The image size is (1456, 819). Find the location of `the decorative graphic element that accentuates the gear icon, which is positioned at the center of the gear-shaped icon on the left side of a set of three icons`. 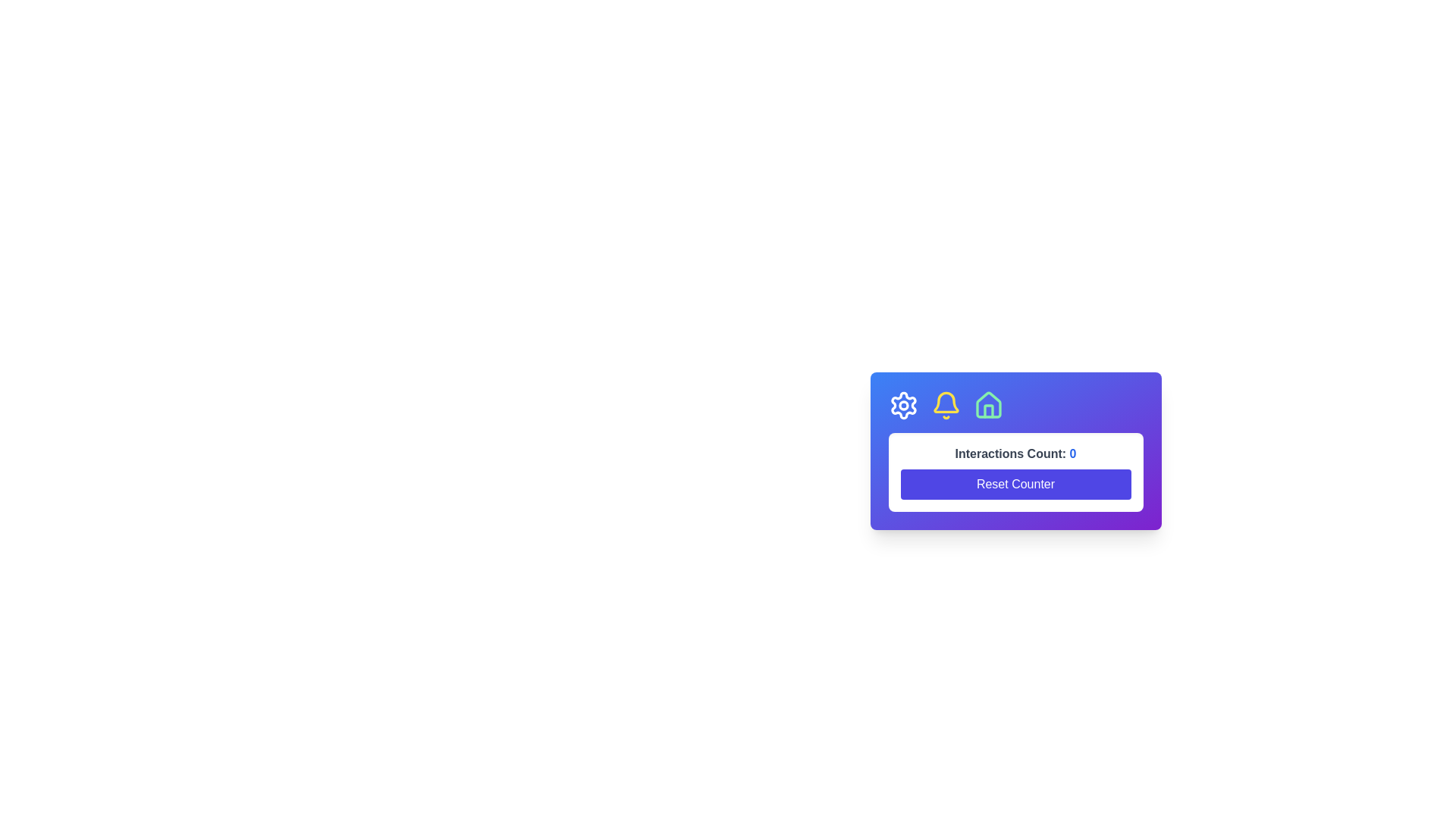

the decorative graphic element that accentuates the gear icon, which is positioned at the center of the gear-shaped icon on the left side of a set of three icons is located at coordinates (903, 405).